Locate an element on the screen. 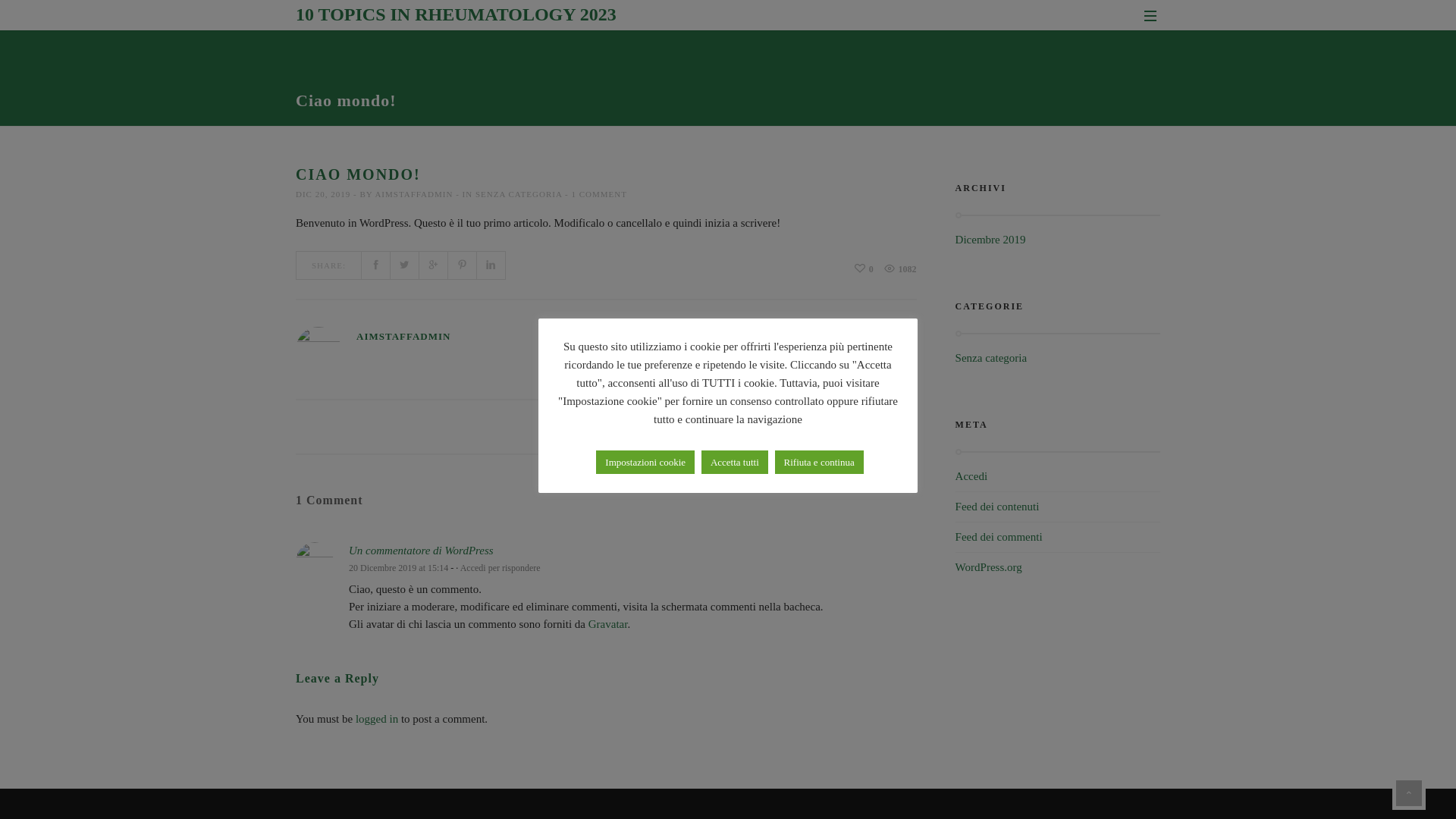 This screenshot has height=819, width=1456. 'Dicembre 2019' is located at coordinates (990, 239).